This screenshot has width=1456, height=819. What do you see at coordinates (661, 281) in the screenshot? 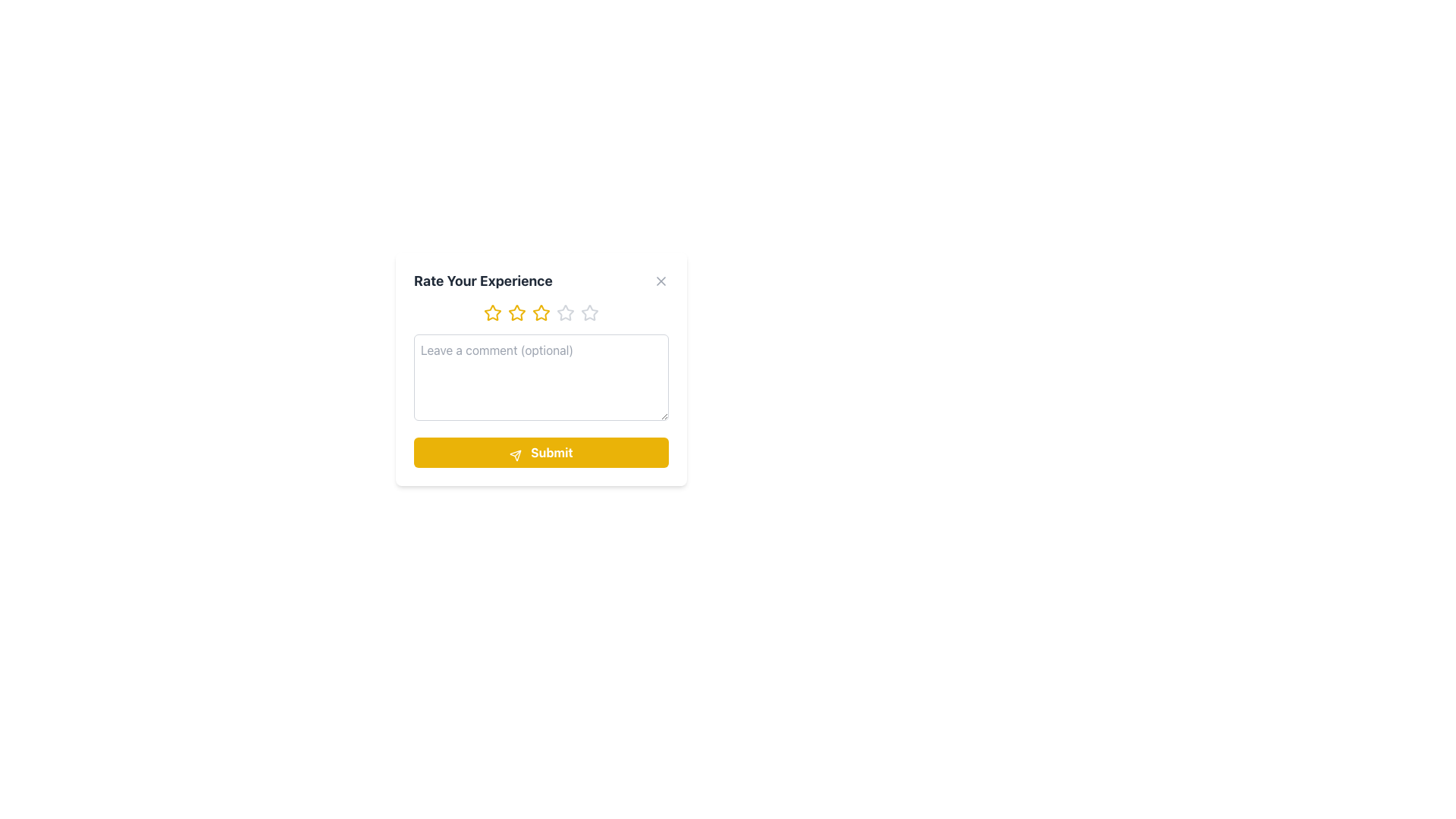
I see `the cross-shaped button located at the top-right corner of the 'Rate Your Experience' dialog box` at bounding box center [661, 281].